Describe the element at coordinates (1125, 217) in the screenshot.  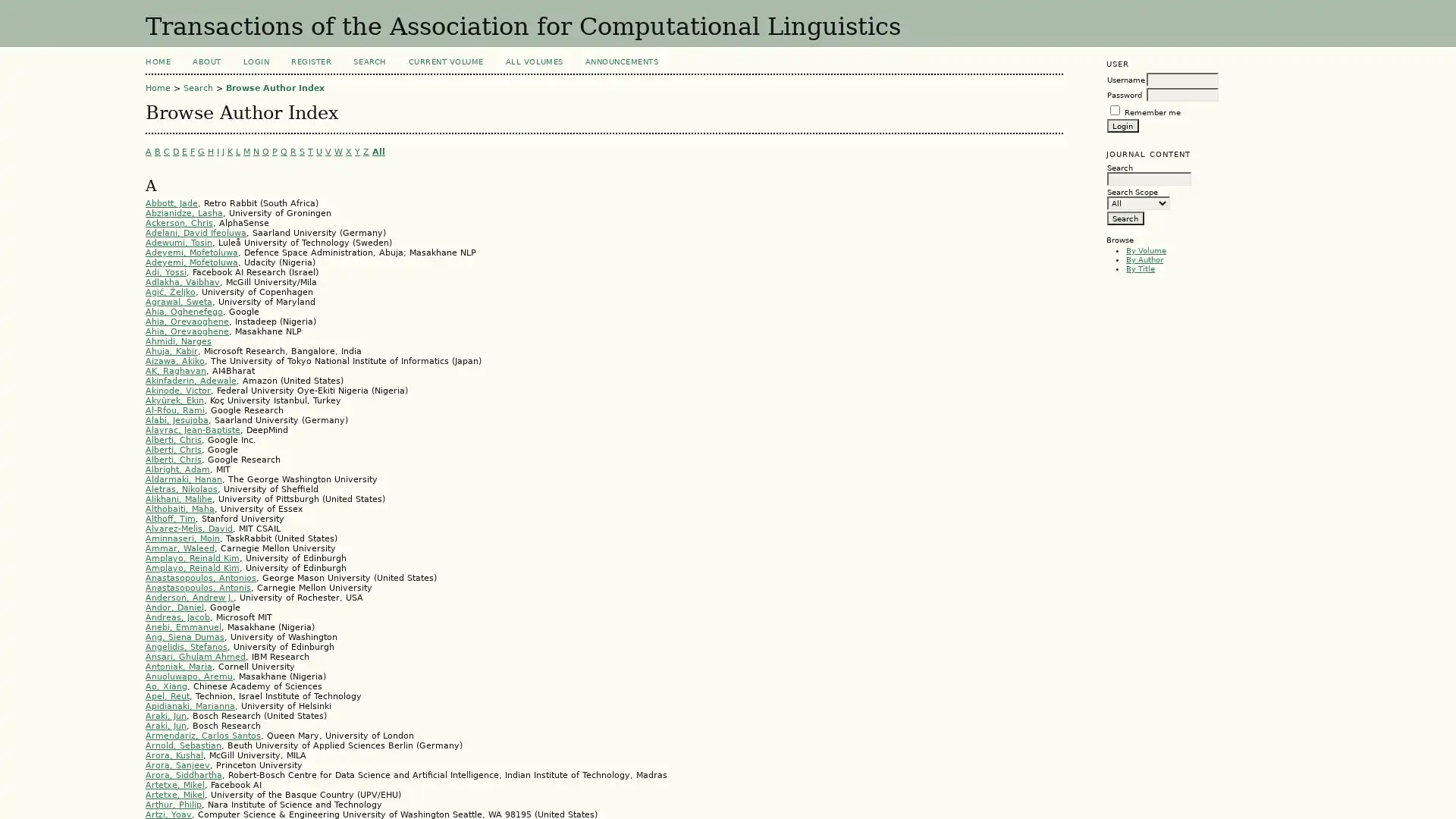
I see `Search` at that location.